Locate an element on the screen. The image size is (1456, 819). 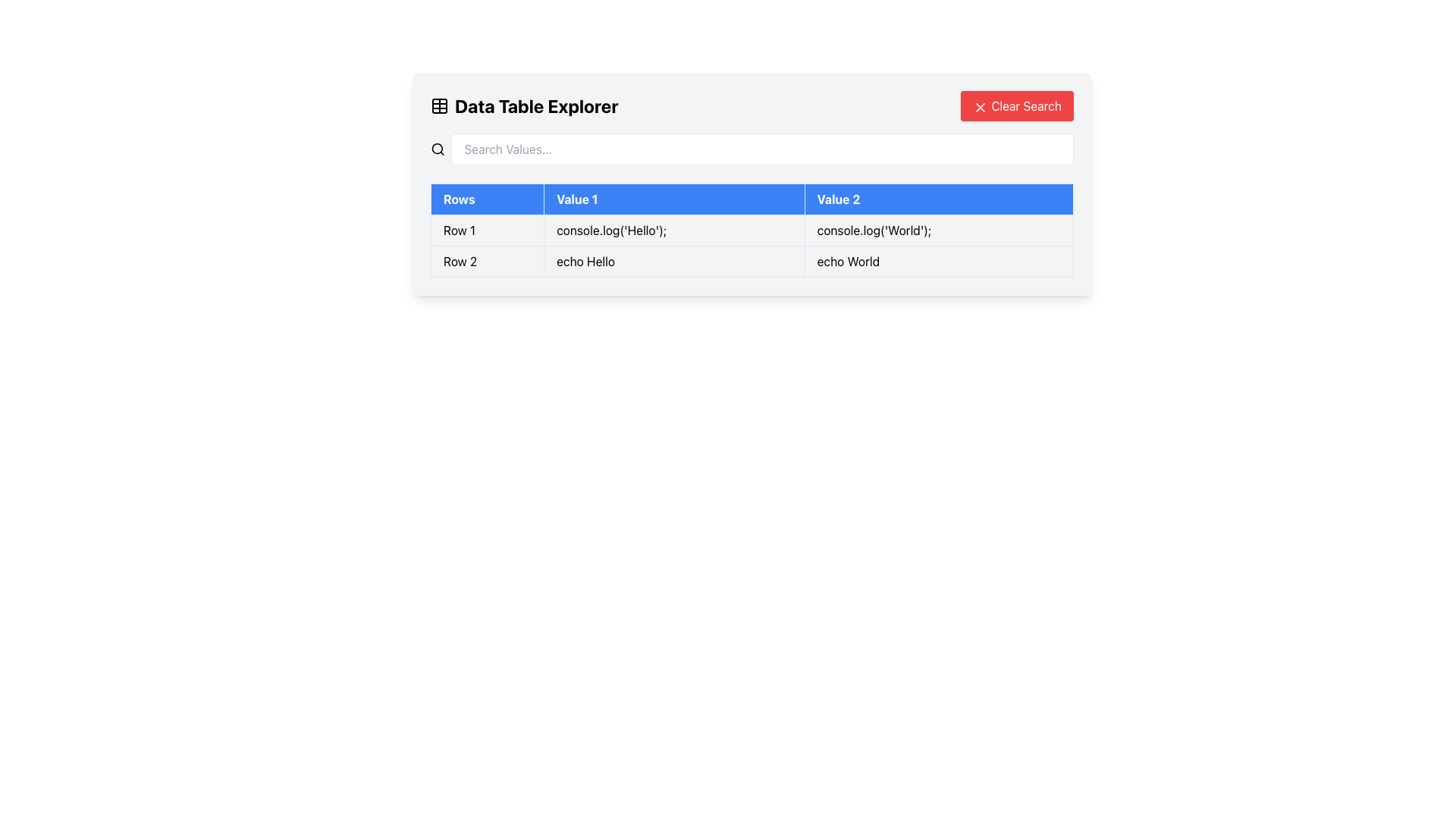
inside the second and third cells of the table row that displays command examples or output logs, located at the center of the page is located at coordinates (752, 245).